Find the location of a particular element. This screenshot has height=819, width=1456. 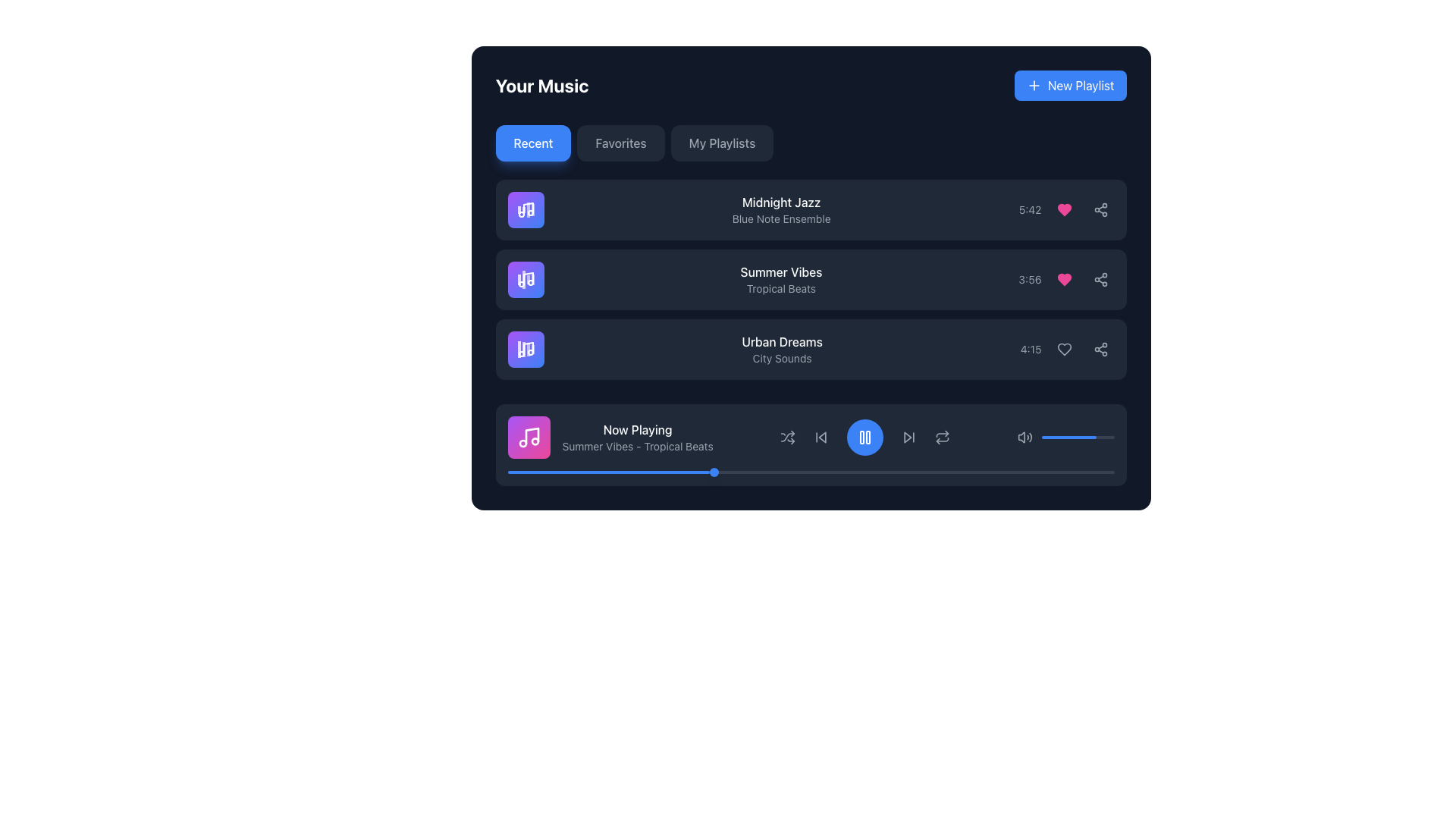

progress is located at coordinates (925, 472).